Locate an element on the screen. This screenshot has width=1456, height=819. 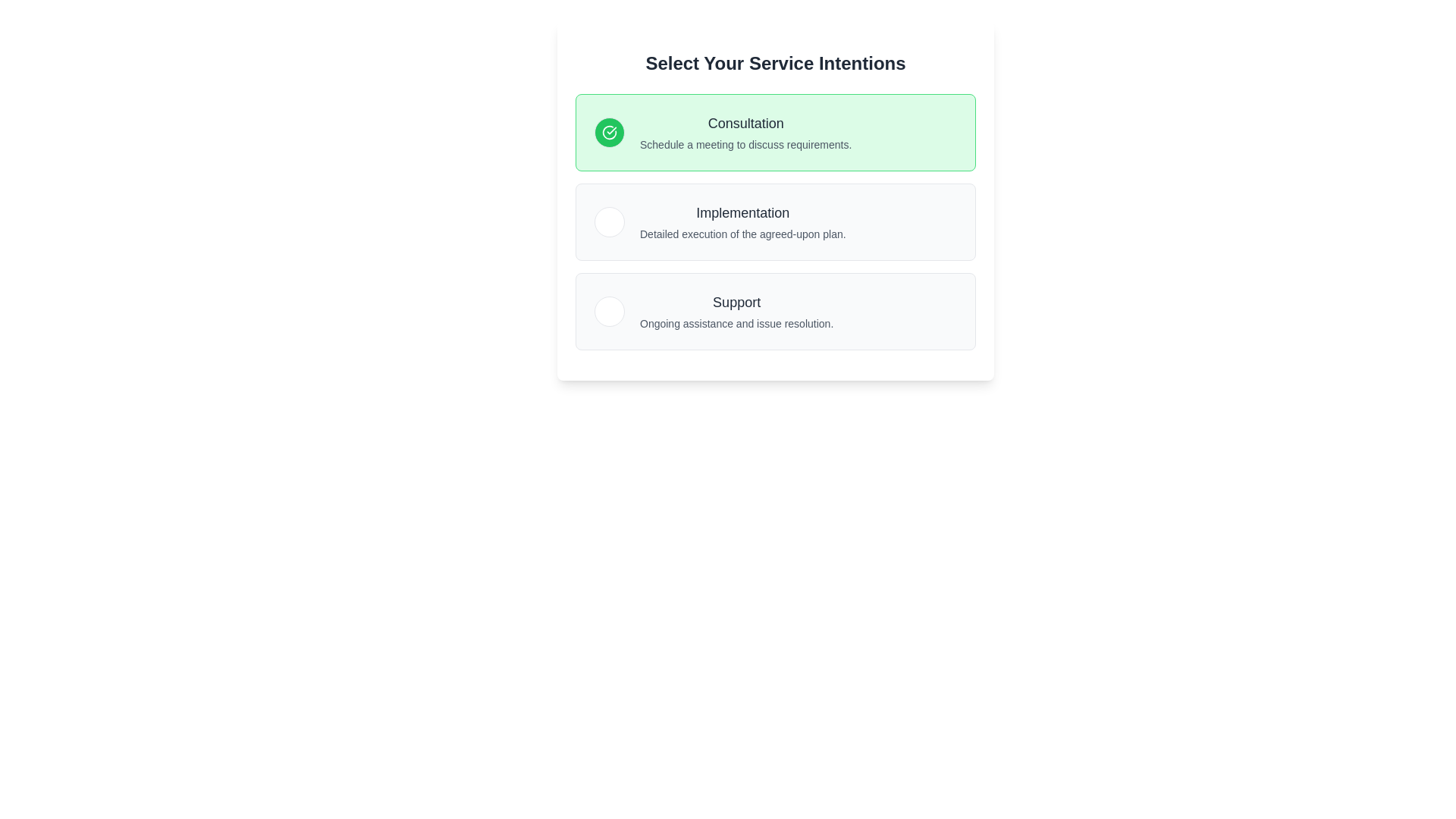
descriptive text of the label indicating the selectable option 'Implementation', which is the second option in a vertical list of three options is located at coordinates (742, 222).